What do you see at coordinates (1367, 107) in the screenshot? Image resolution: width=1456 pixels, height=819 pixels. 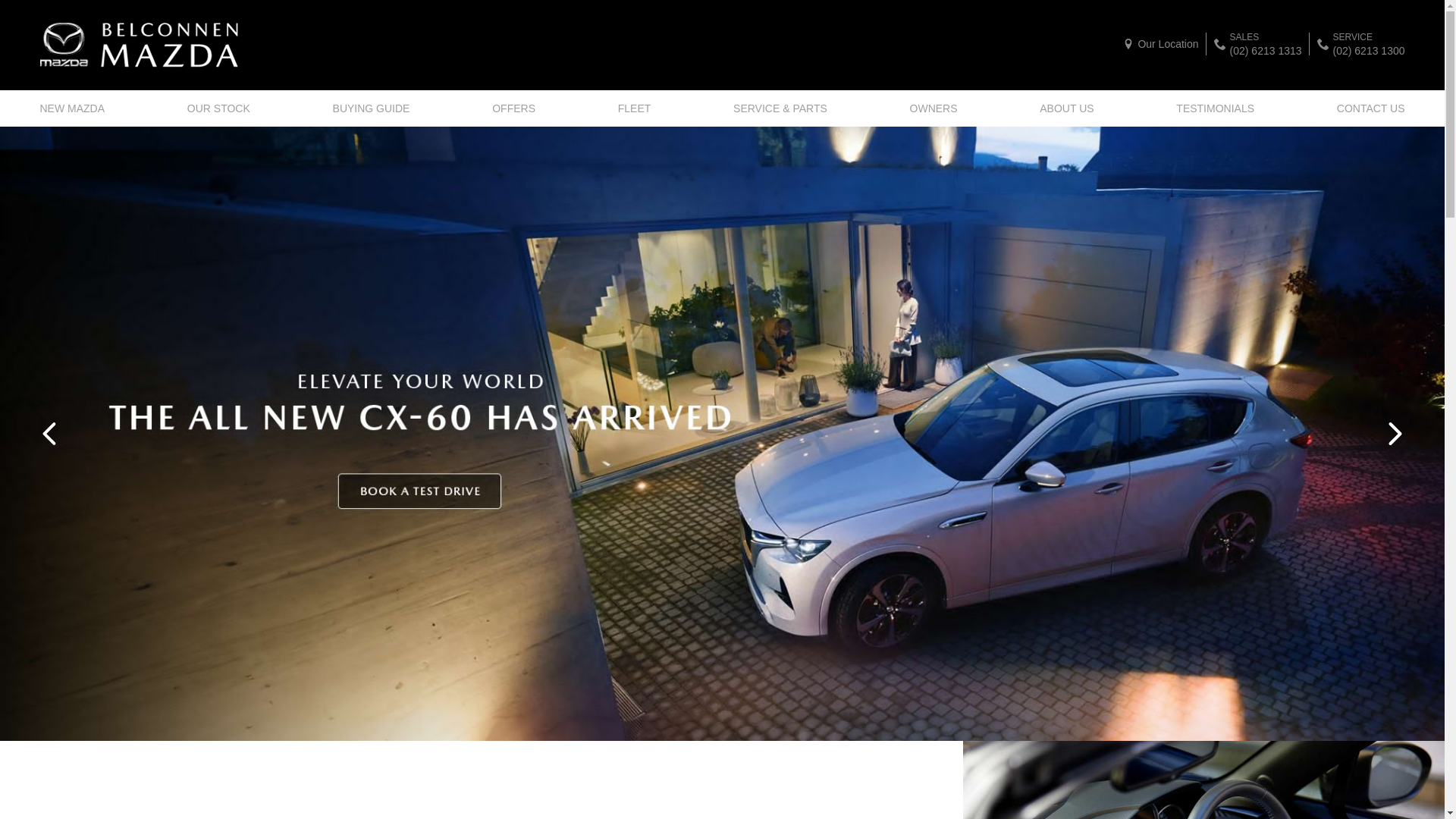 I see `'CONTACT US'` at bounding box center [1367, 107].